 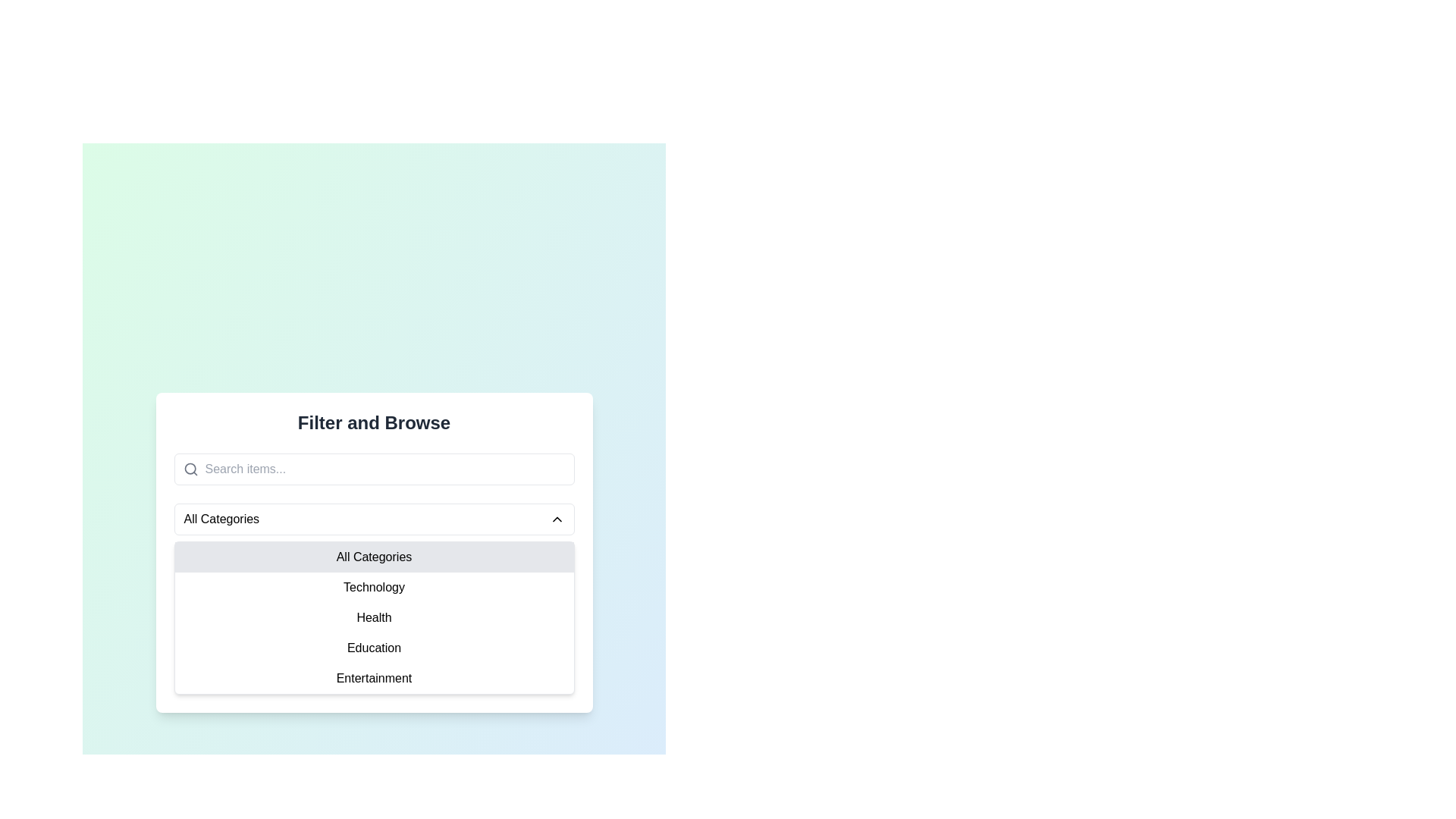 What do you see at coordinates (556, 519) in the screenshot?
I see `the icon located at the right end of the dropdown bar labeled 'All Categories' to collapse or close the dropdown menu` at bounding box center [556, 519].